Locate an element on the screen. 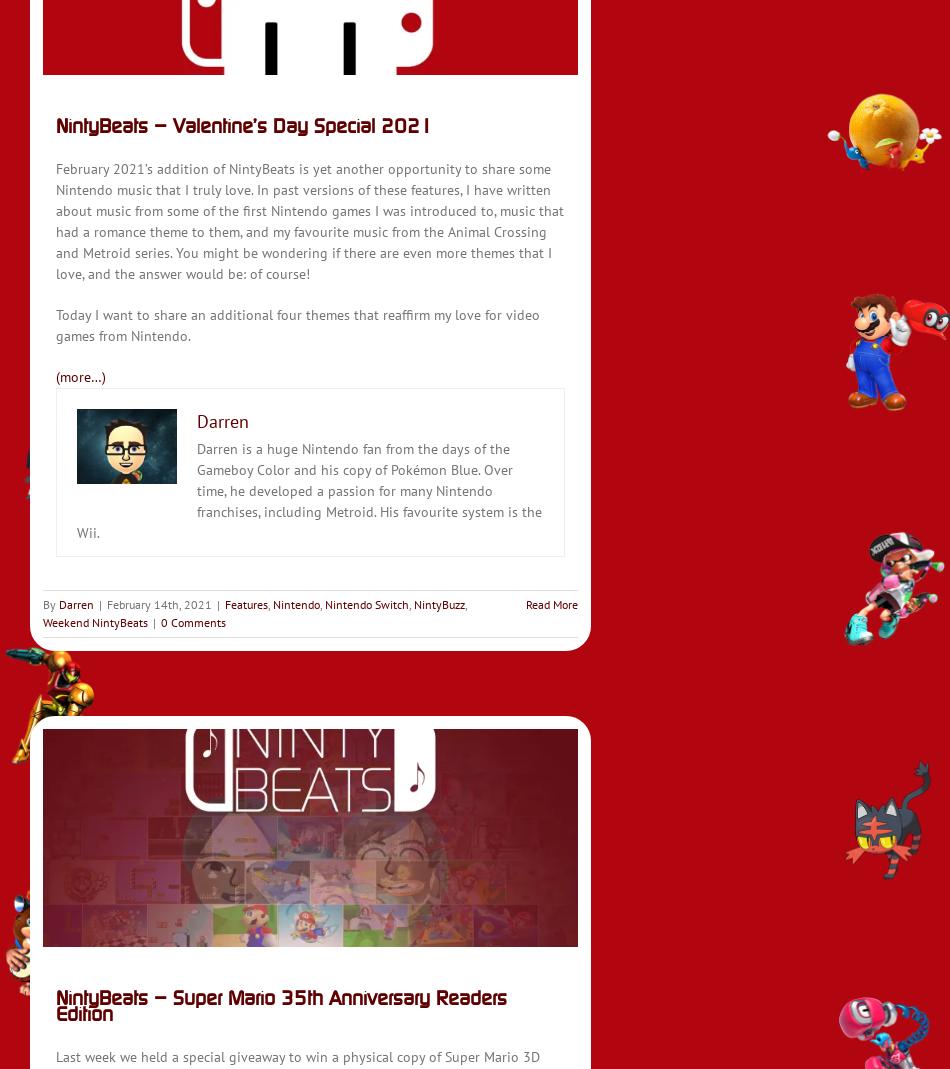 The height and width of the screenshot is (1069, 950). '(more…)' is located at coordinates (81, 377).